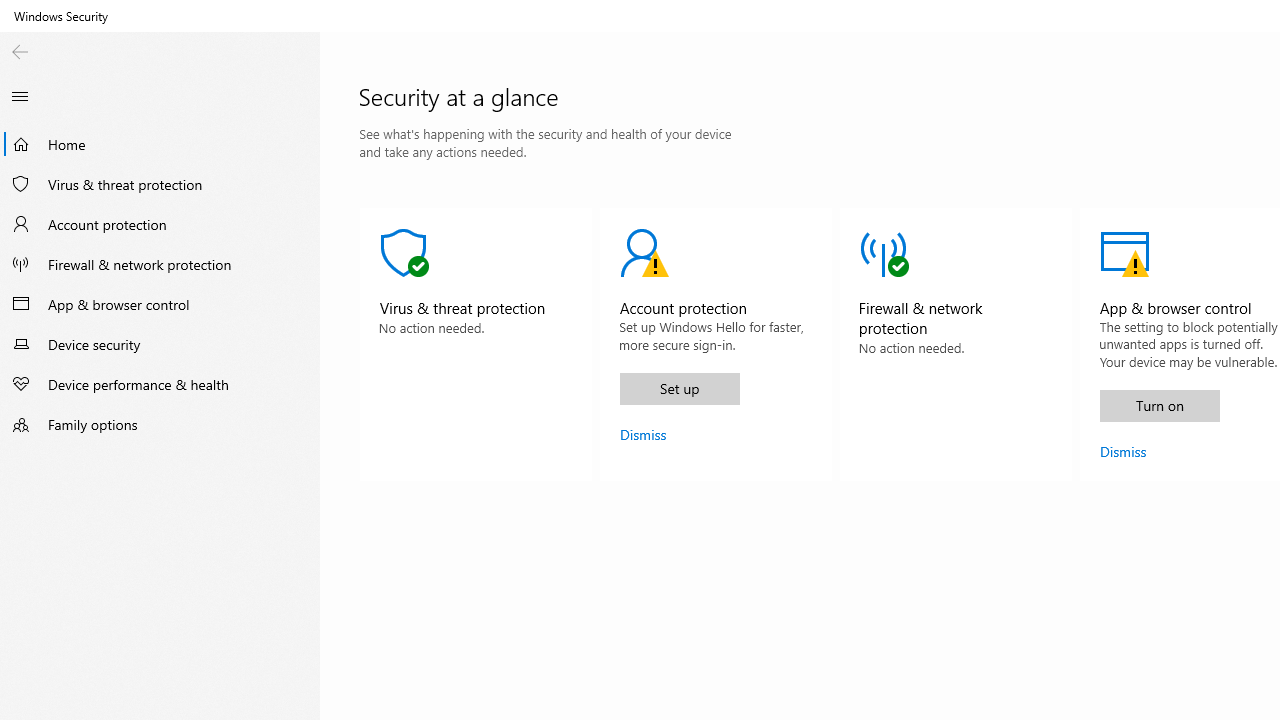  I want to click on 'Firewall & network protectionNo action needed.', so click(955, 343).